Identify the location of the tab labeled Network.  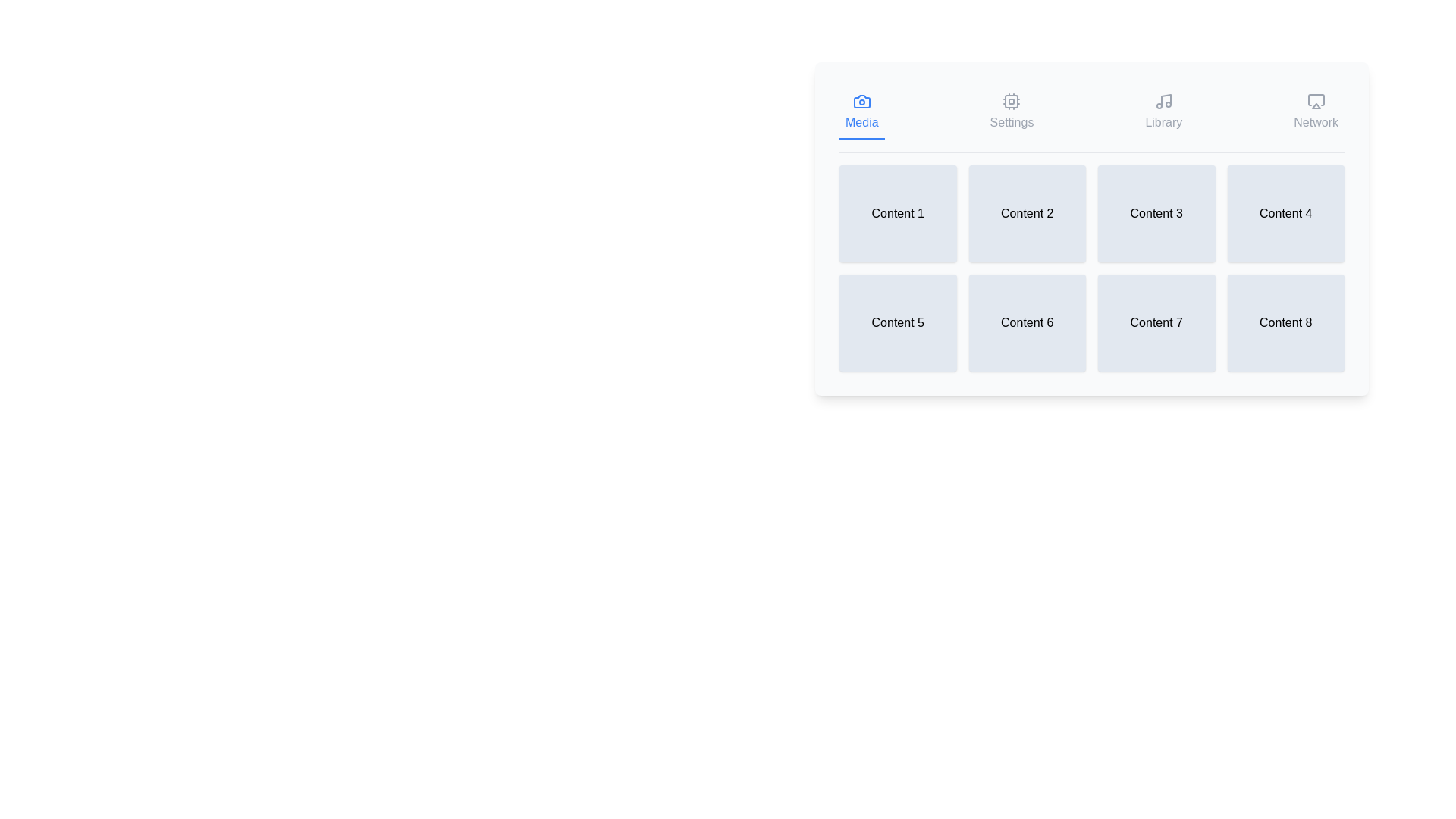
(1315, 112).